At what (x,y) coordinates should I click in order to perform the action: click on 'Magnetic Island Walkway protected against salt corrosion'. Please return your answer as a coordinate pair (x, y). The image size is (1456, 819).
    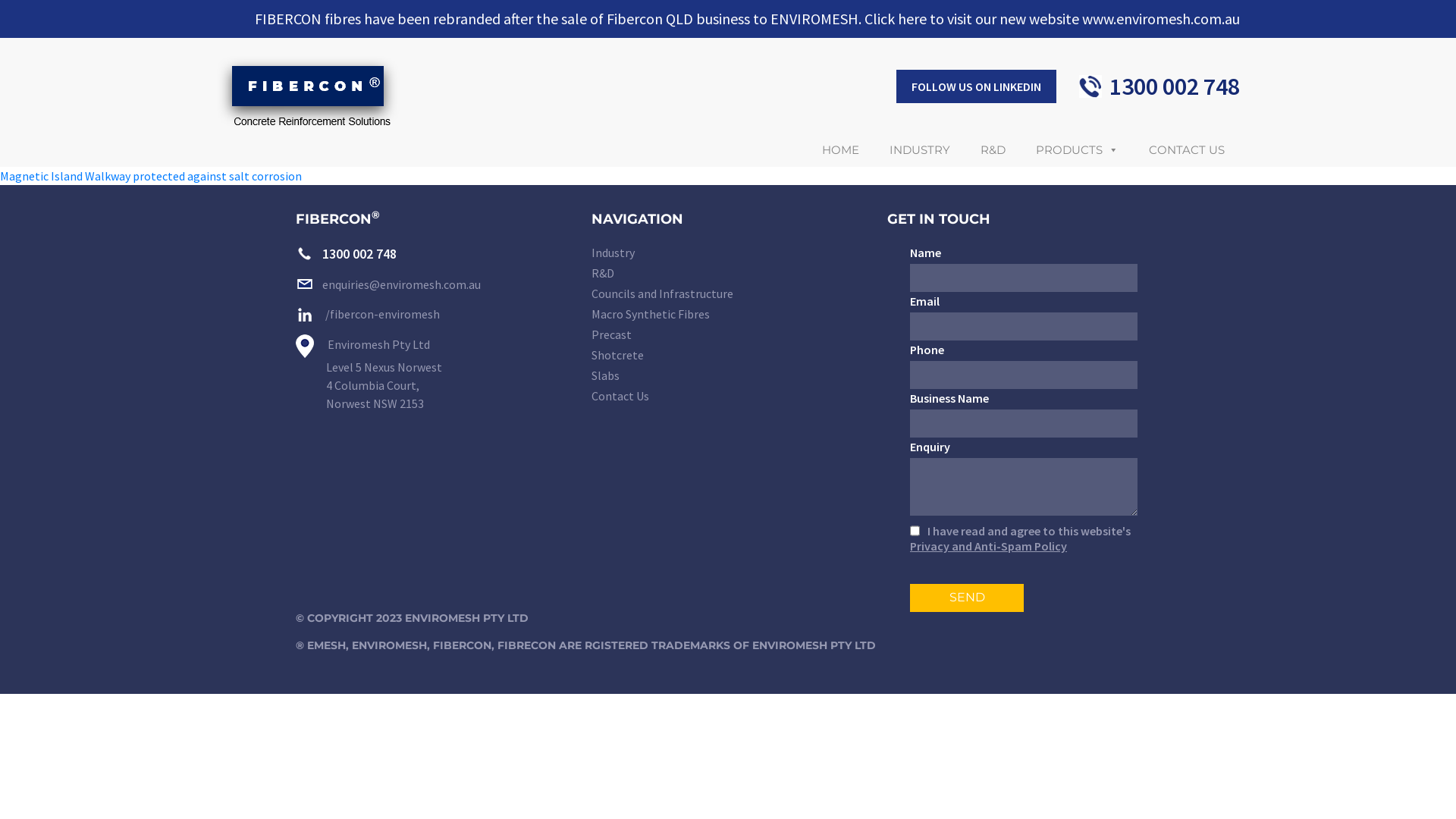
    Looking at the image, I should click on (150, 174).